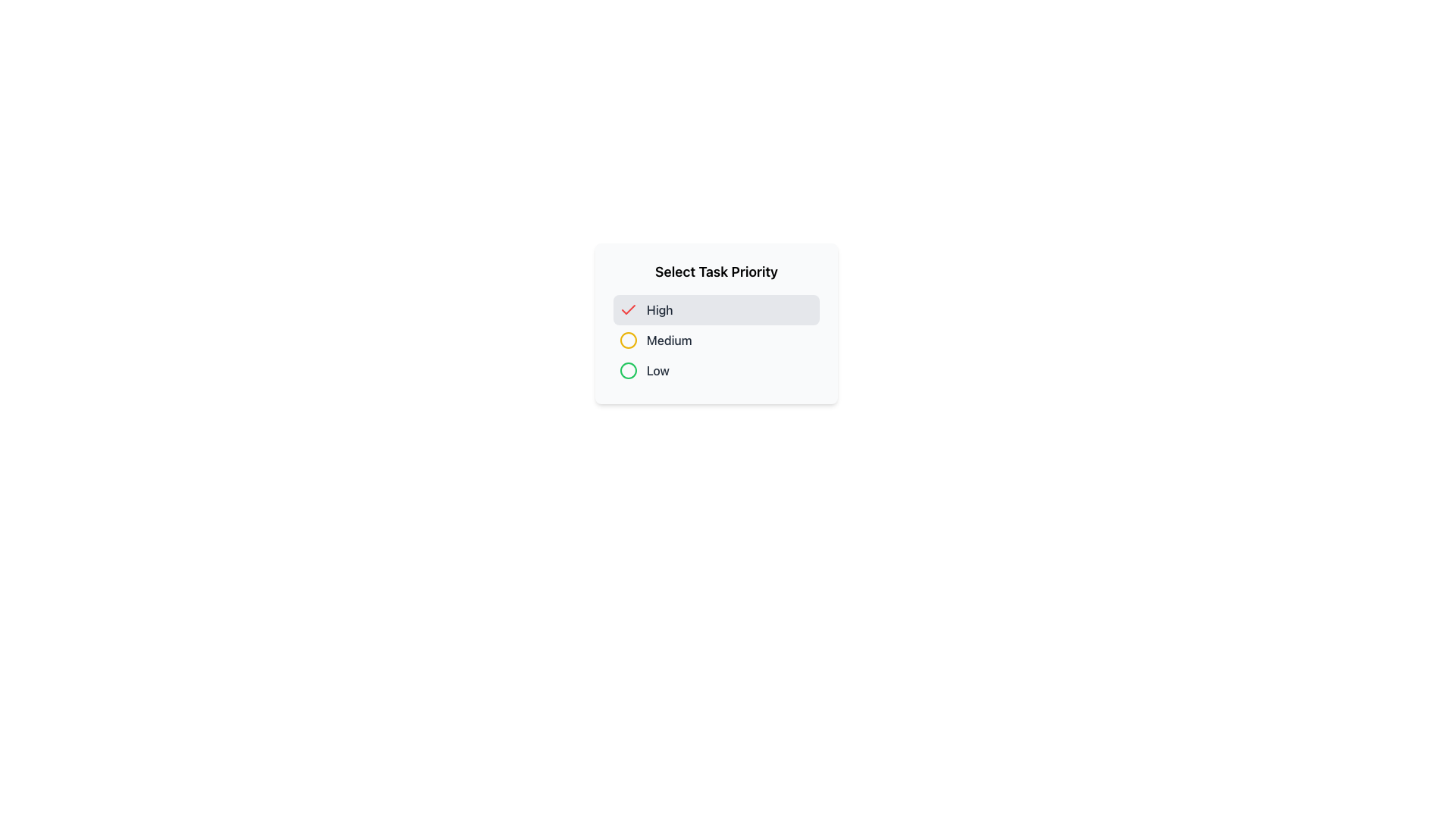 The image size is (1456, 819). What do you see at coordinates (716, 339) in the screenshot?
I see `the 'Medium' selector option which is the second option in the list under 'Select Task Priority'` at bounding box center [716, 339].